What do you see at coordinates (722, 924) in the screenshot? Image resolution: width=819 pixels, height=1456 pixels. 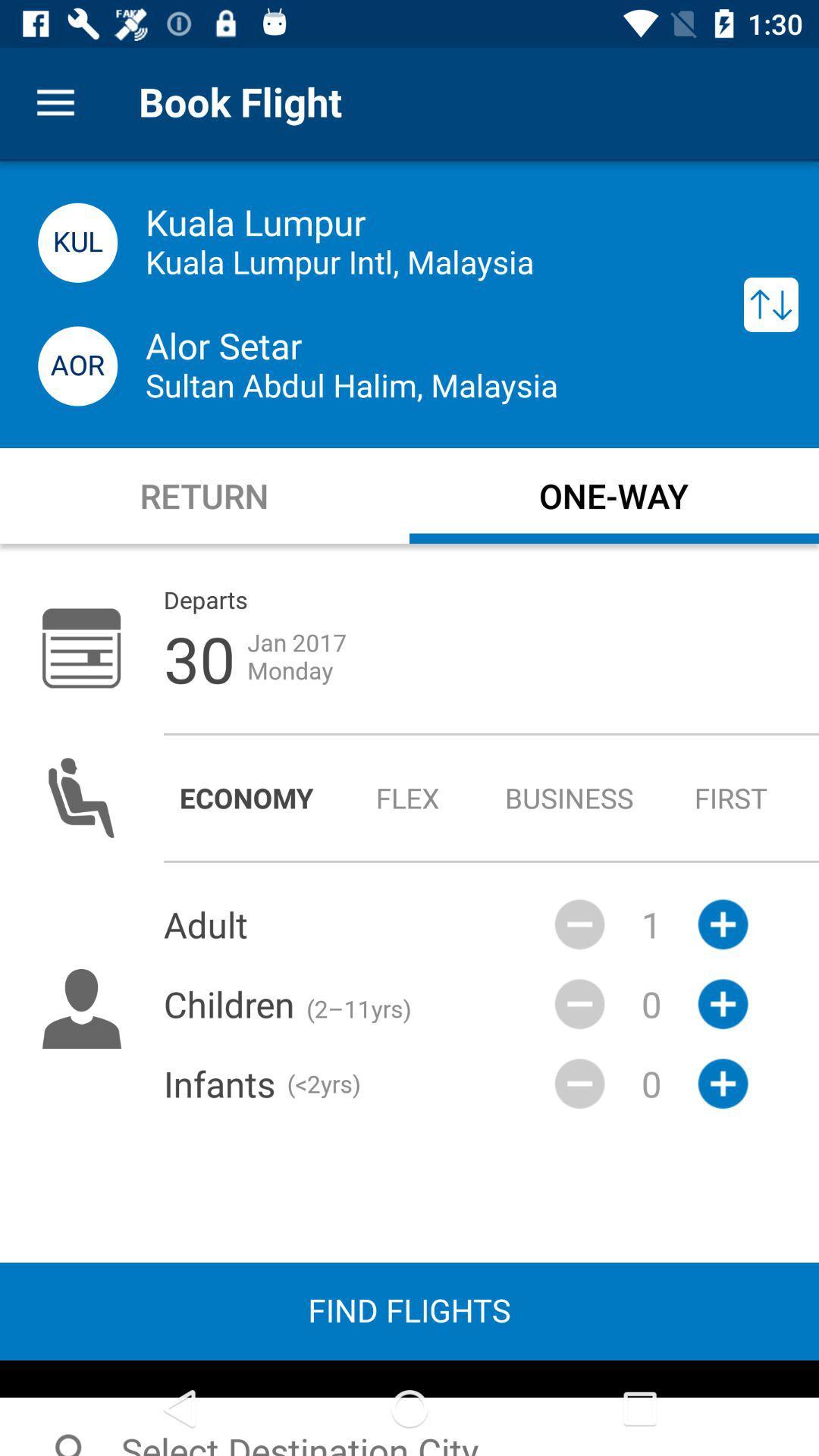 I see `the add icon` at bounding box center [722, 924].